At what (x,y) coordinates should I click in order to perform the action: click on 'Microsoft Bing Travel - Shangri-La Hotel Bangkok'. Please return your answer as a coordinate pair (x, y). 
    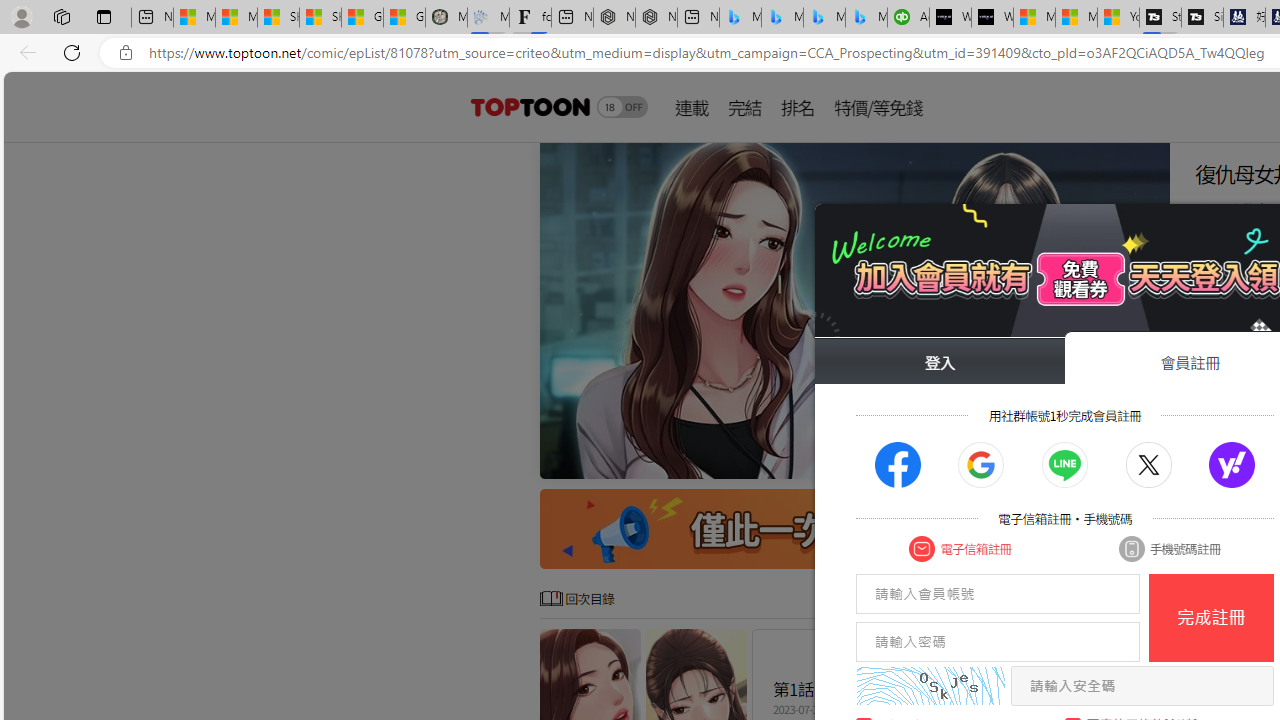
    Looking at the image, I should click on (866, 17).